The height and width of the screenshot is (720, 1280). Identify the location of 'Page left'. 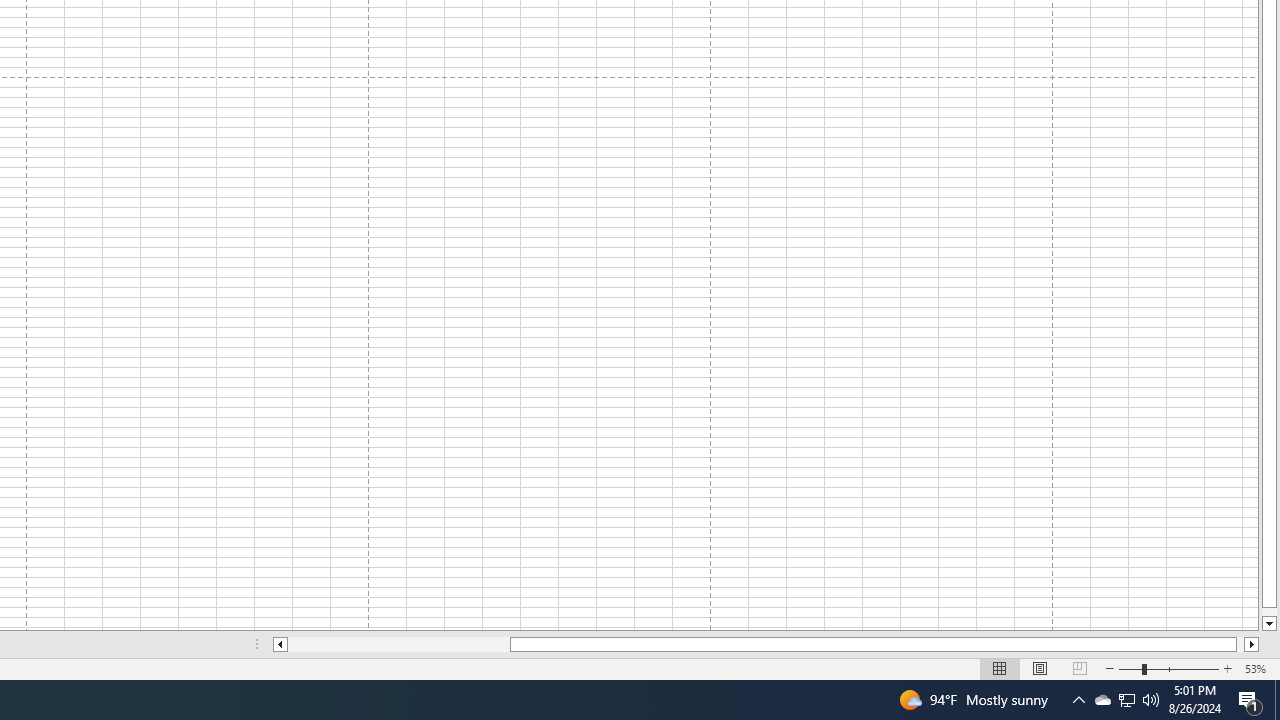
(398, 644).